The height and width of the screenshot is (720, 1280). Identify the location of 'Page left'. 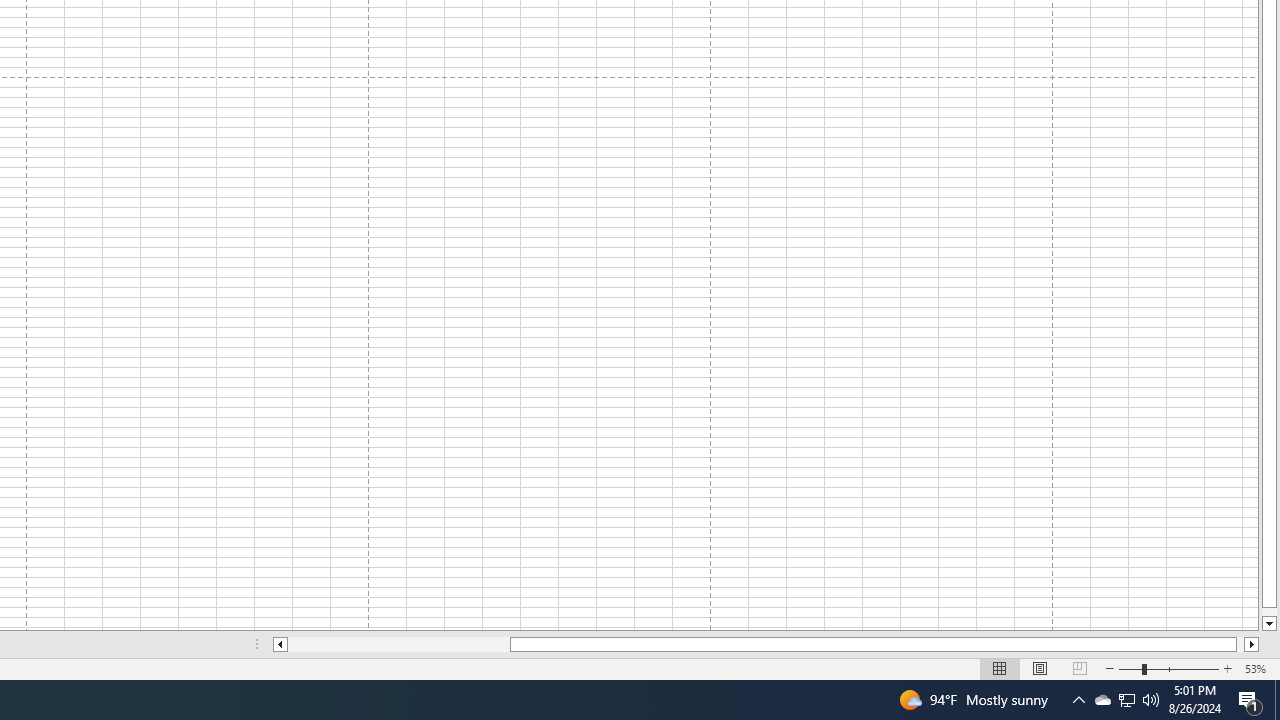
(398, 644).